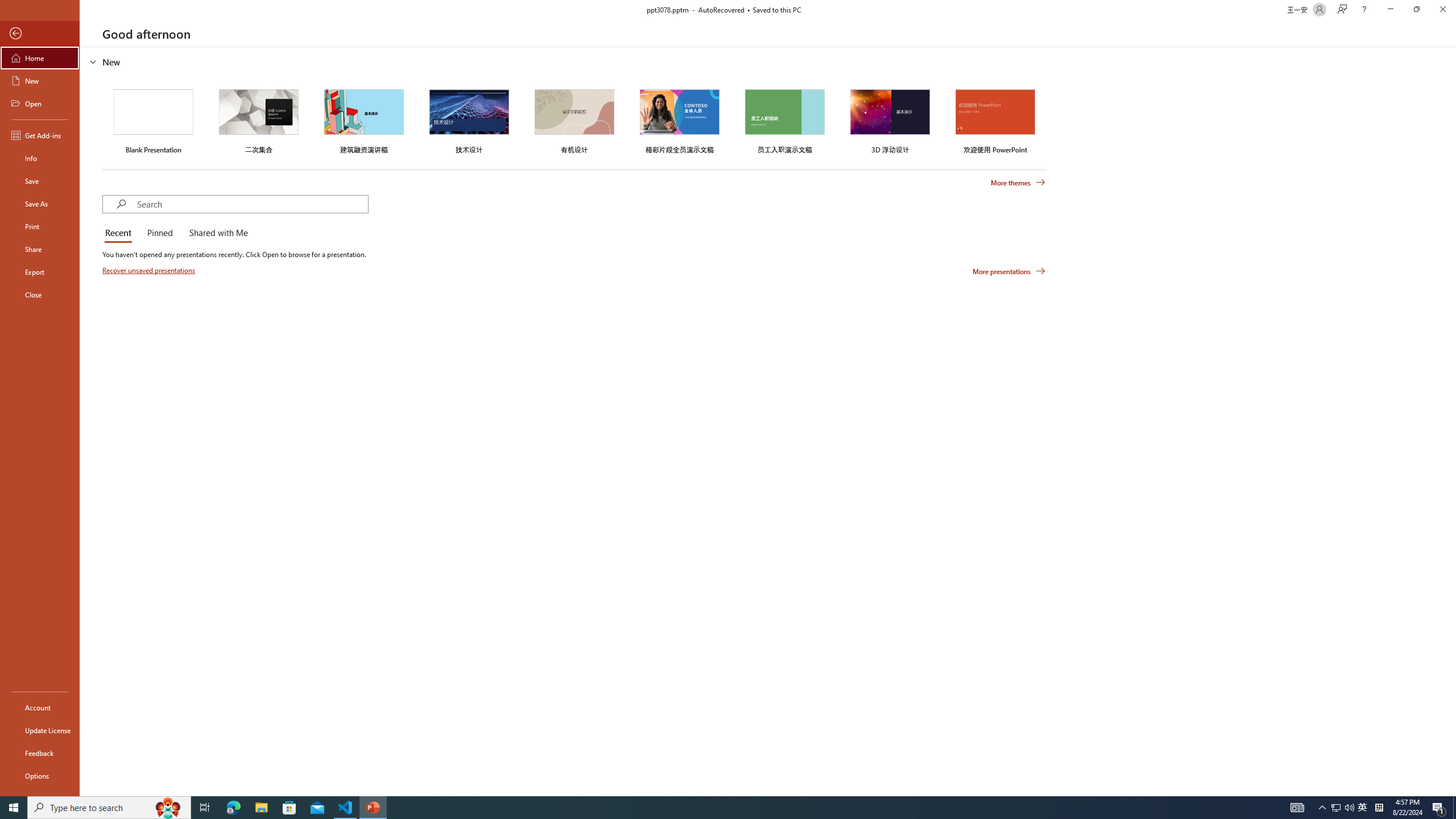 The image size is (1456, 819). Describe the element at coordinates (39, 135) in the screenshot. I see `'Get Add-ins'` at that location.